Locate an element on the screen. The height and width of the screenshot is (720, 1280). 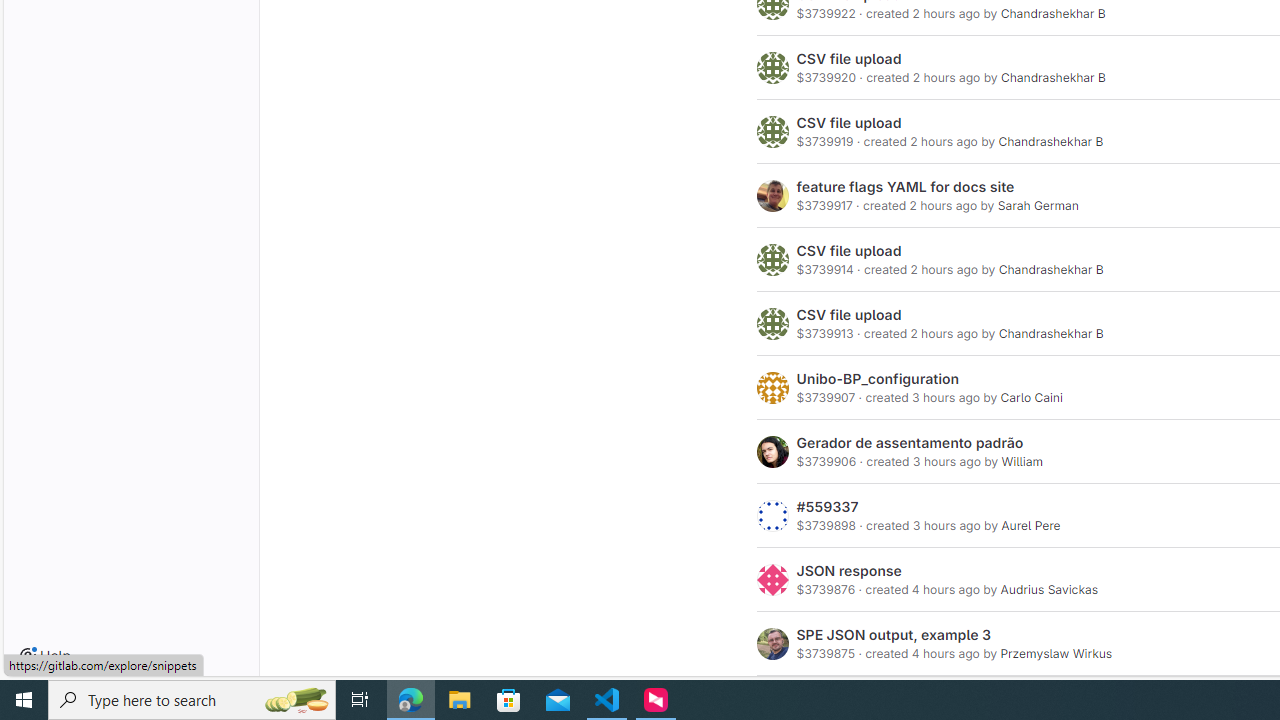
'Unibo-BP_configuration' is located at coordinates (878, 379).